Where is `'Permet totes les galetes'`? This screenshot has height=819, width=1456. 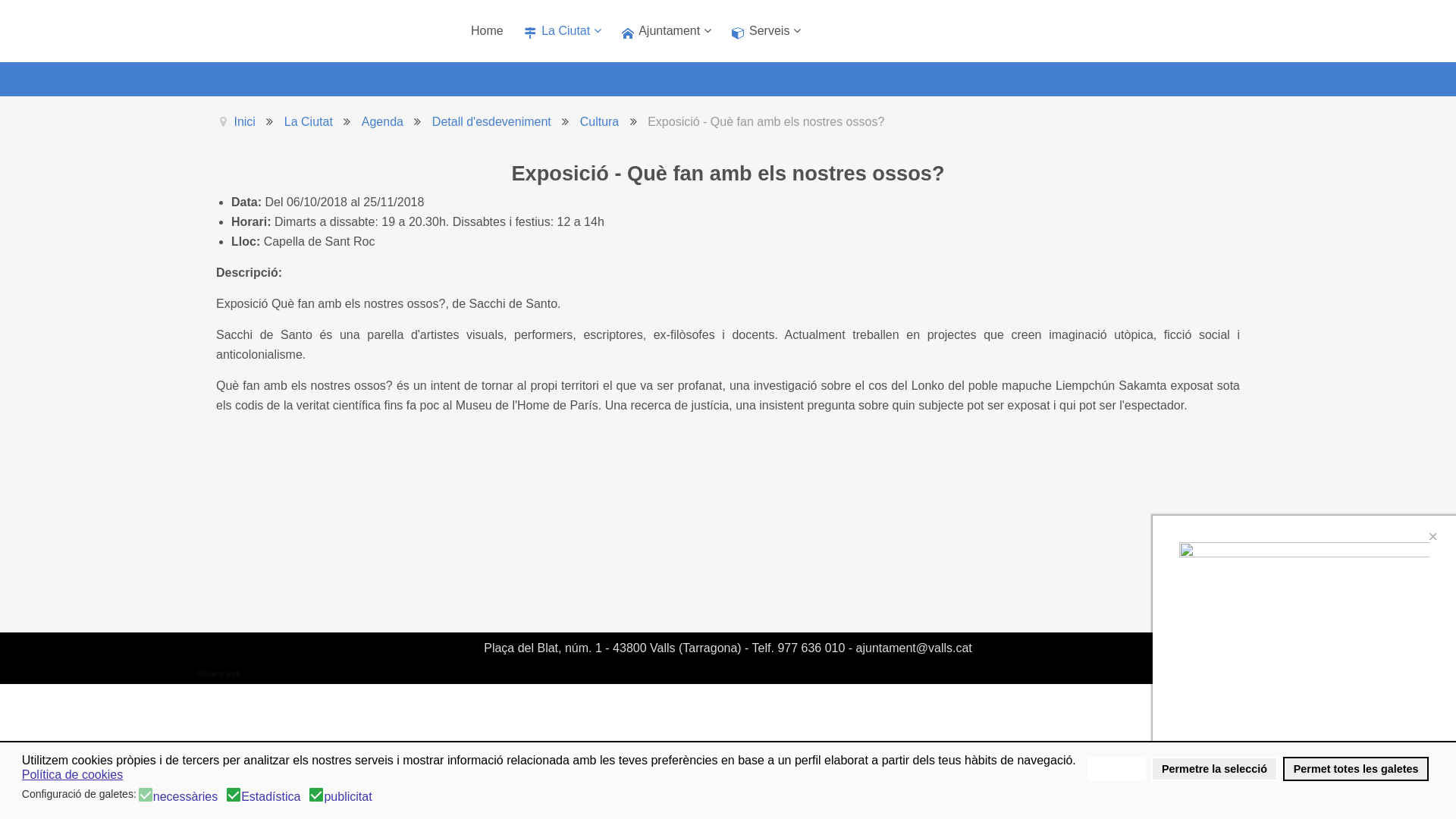
'Permet totes les galetes' is located at coordinates (1355, 769).